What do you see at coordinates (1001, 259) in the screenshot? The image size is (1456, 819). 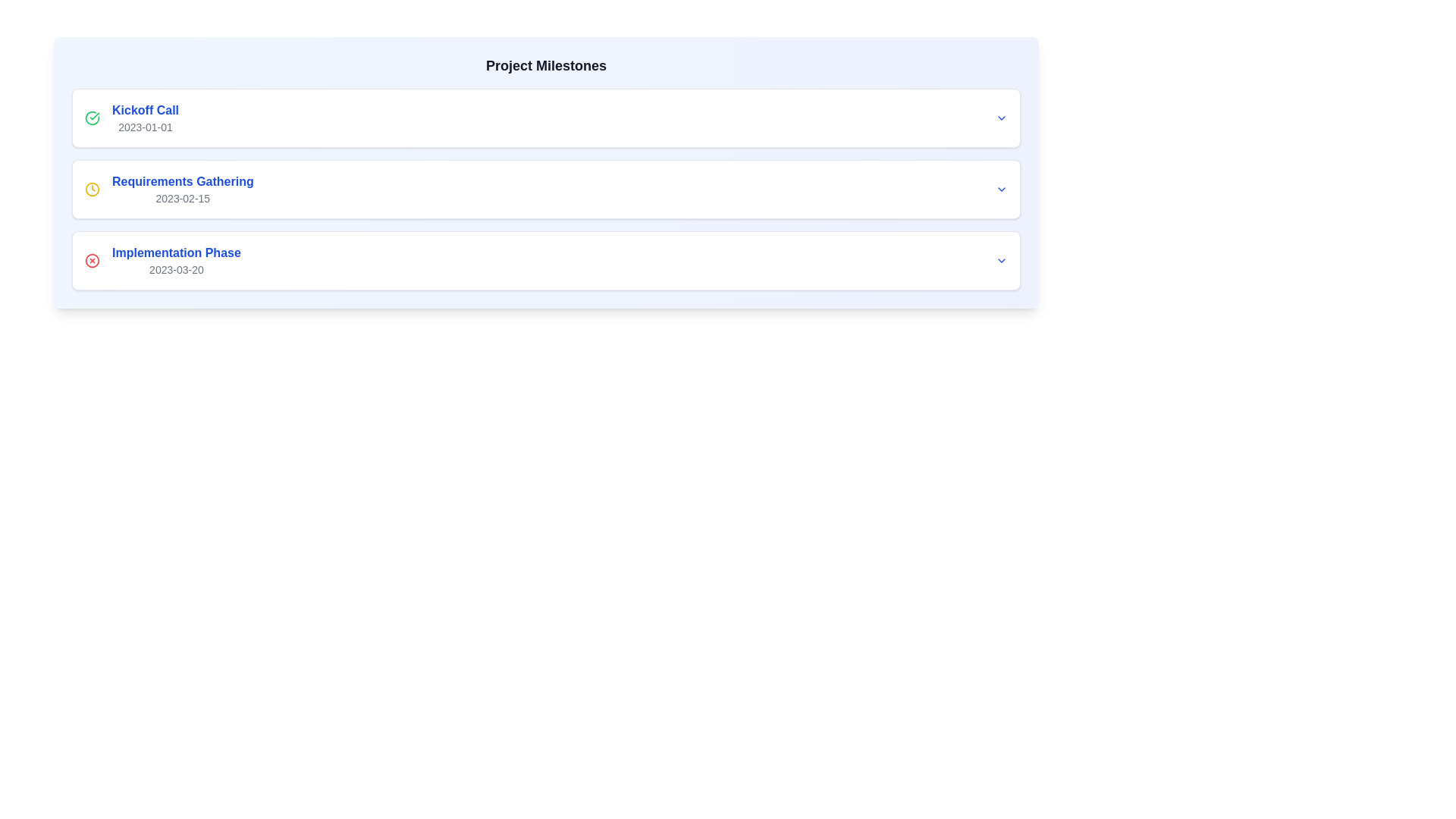 I see `the chevron icon at the rightmost end of the 'Implementation Phase 2023-03-20' row in the 'Project Milestones' section` at bounding box center [1001, 259].